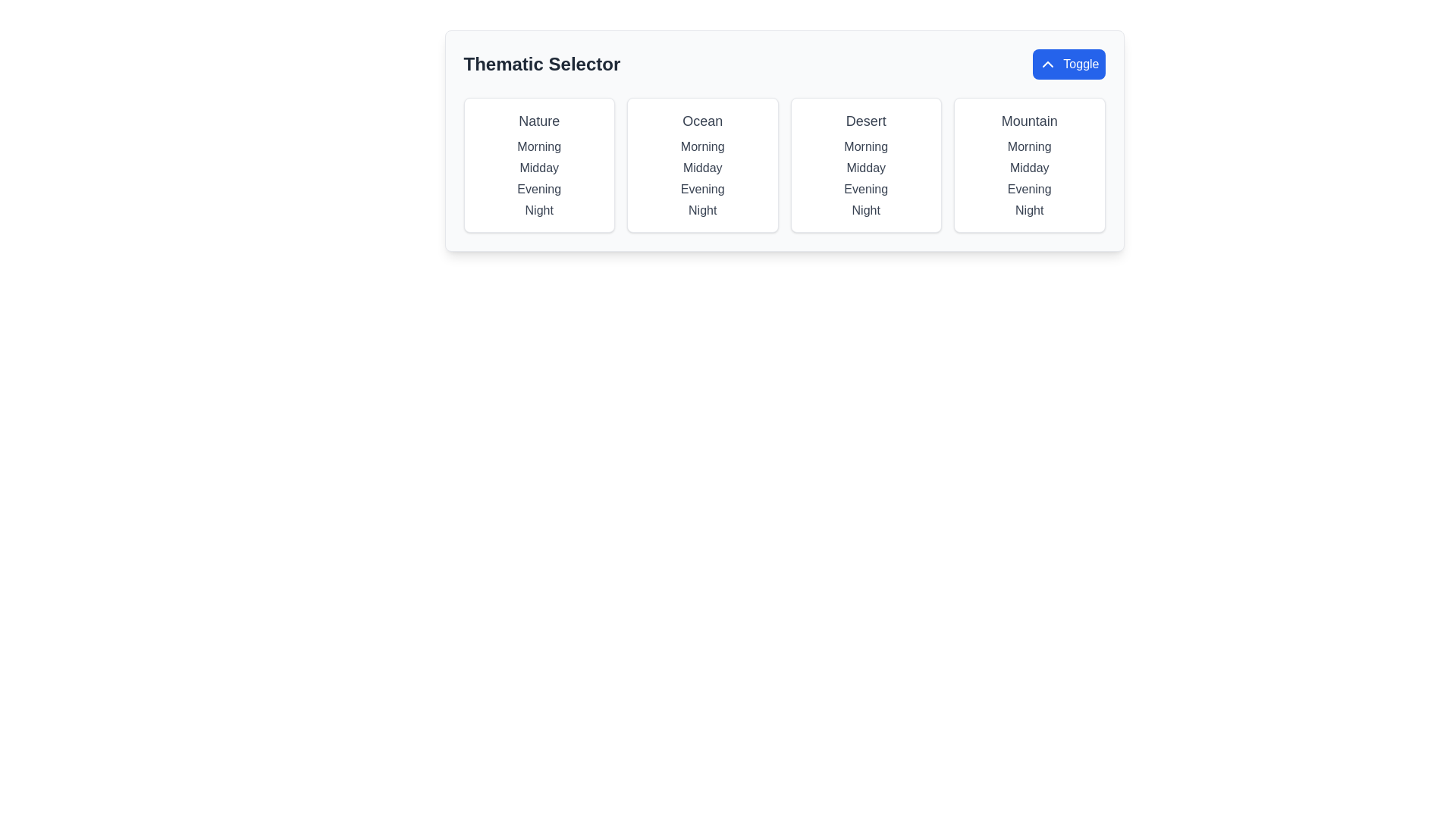  What do you see at coordinates (539, 189) in the screenshot?
I see `the third text label under the 'Nature' heading in the vertical list, which is positioned below 'Midday' and above 'Night'` at bounding box center [539, 189].